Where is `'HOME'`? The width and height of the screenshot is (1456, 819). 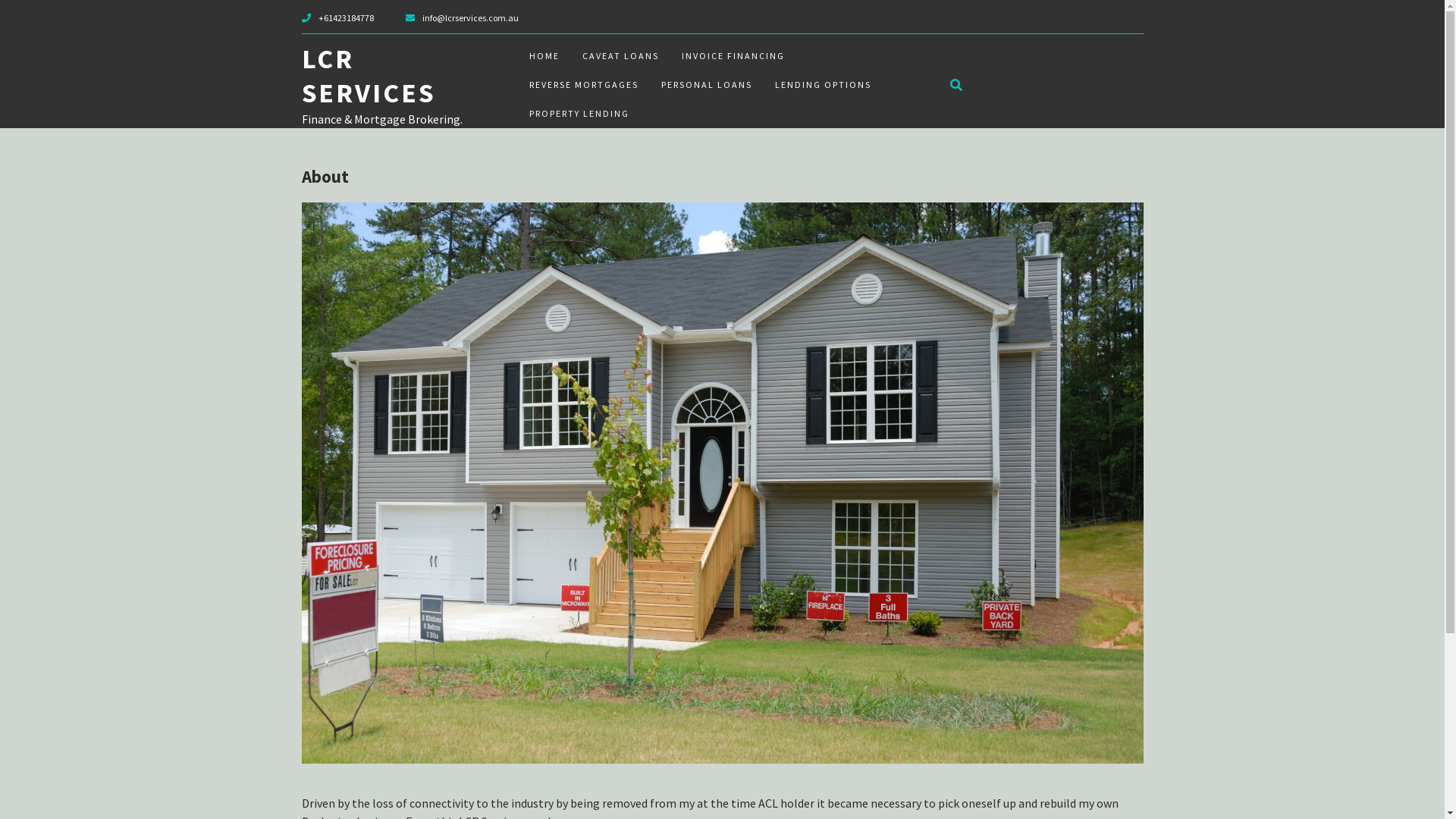 'HOME' is located at coordinates (543, 55).